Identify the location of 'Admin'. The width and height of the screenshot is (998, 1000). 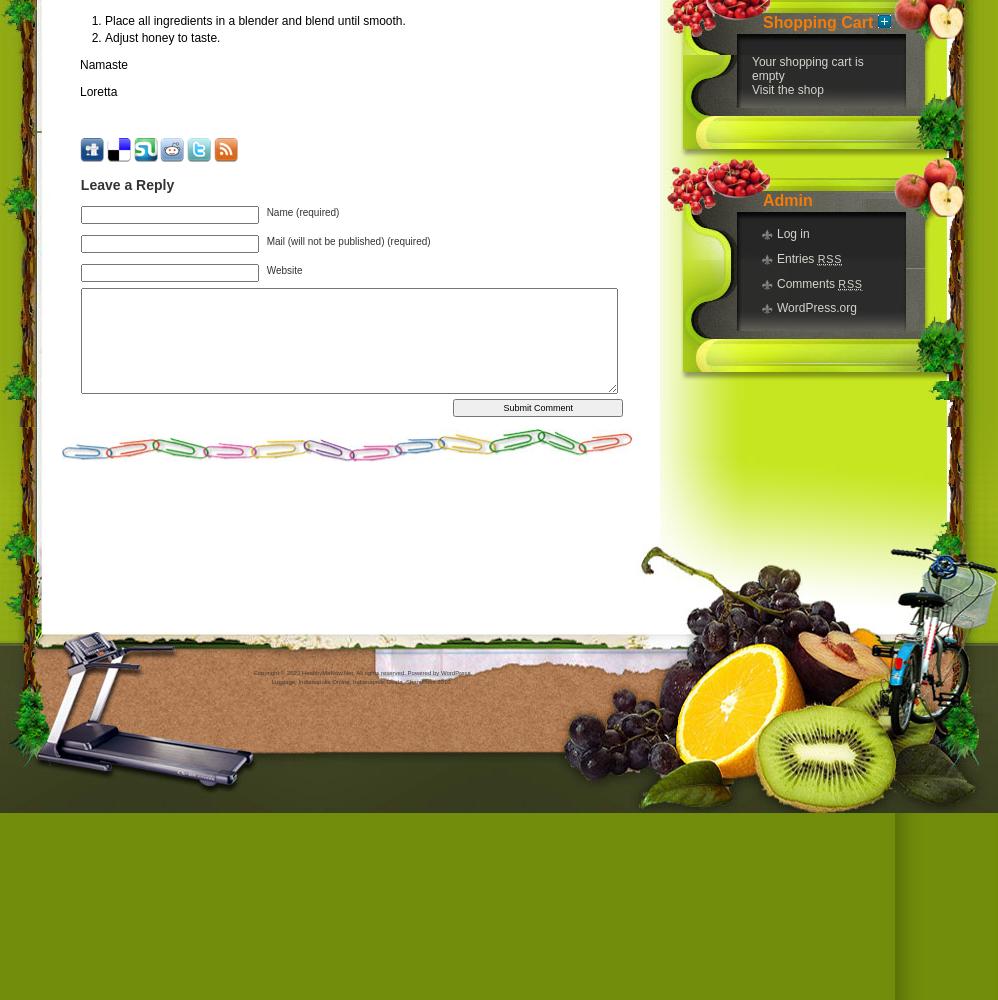
(761, 198).